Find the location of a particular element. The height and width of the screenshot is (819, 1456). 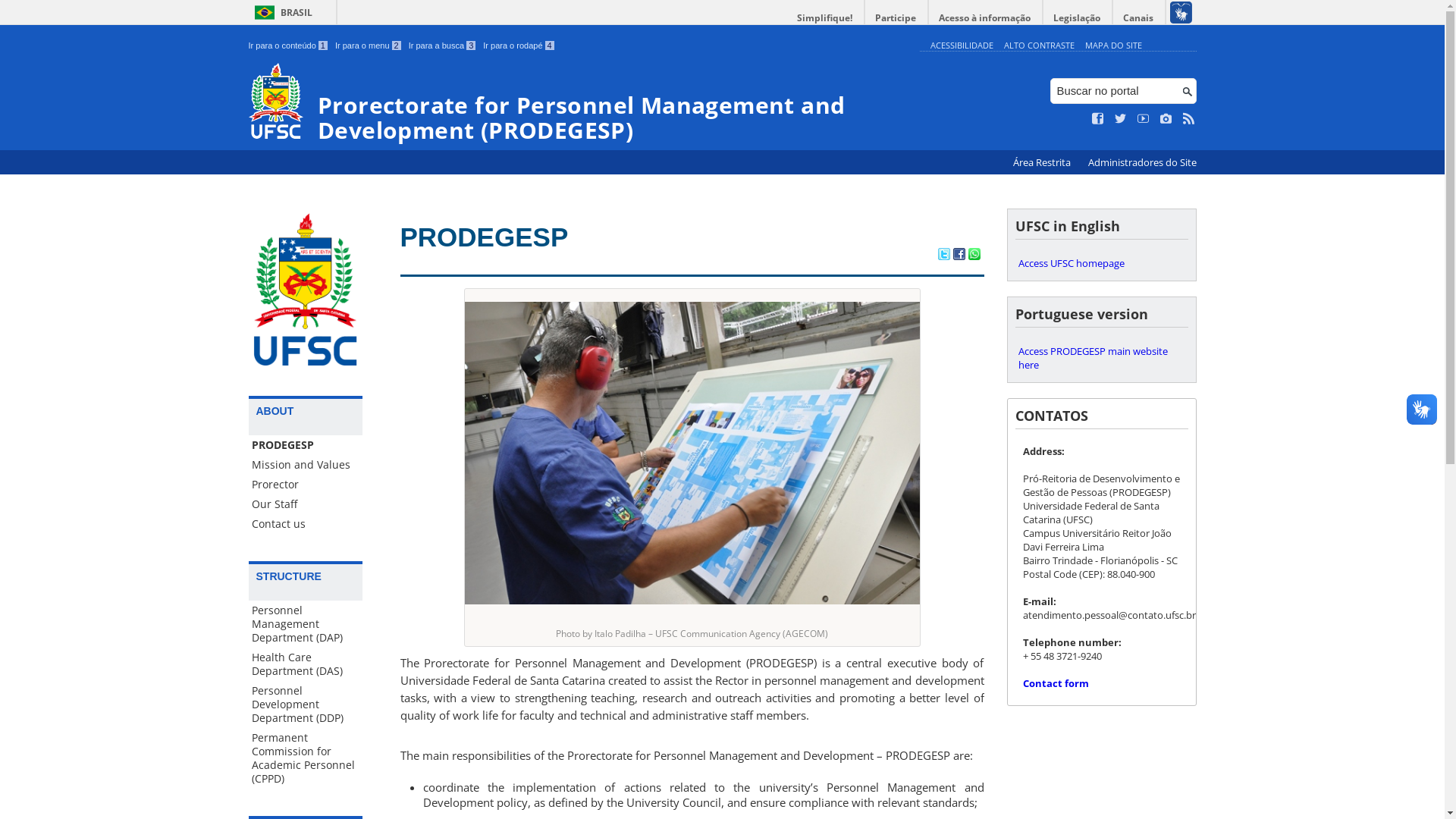

'PRODEGESP' is located at coordinates (483, 237).